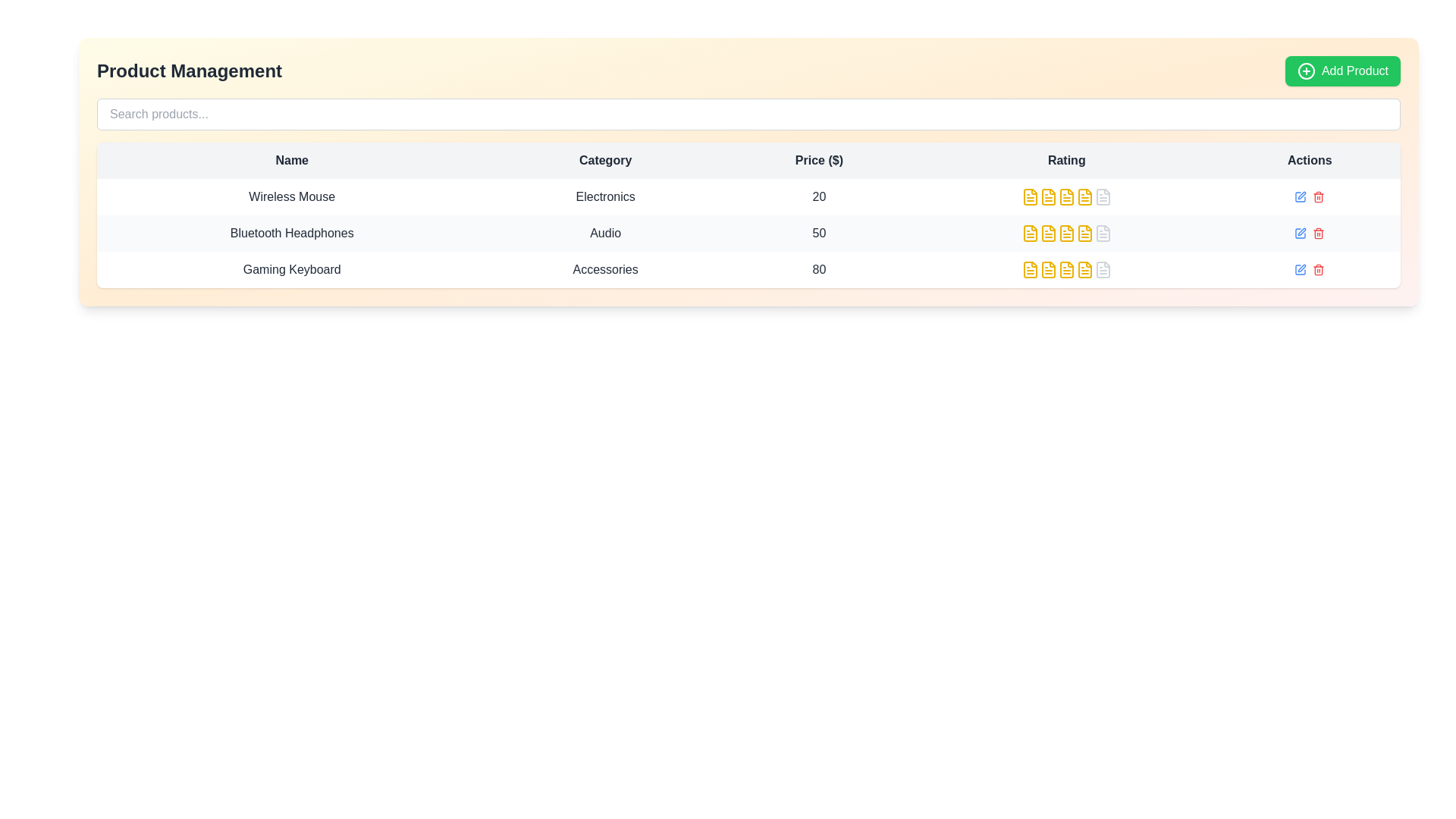  Describe the element at coordinates (748, 268) in the screenshot. I see `content displayed in the third row of the table, which includes 'Gaming Keyboard', 'Accessories', and '80', aligned centrally within its columns` at that location.